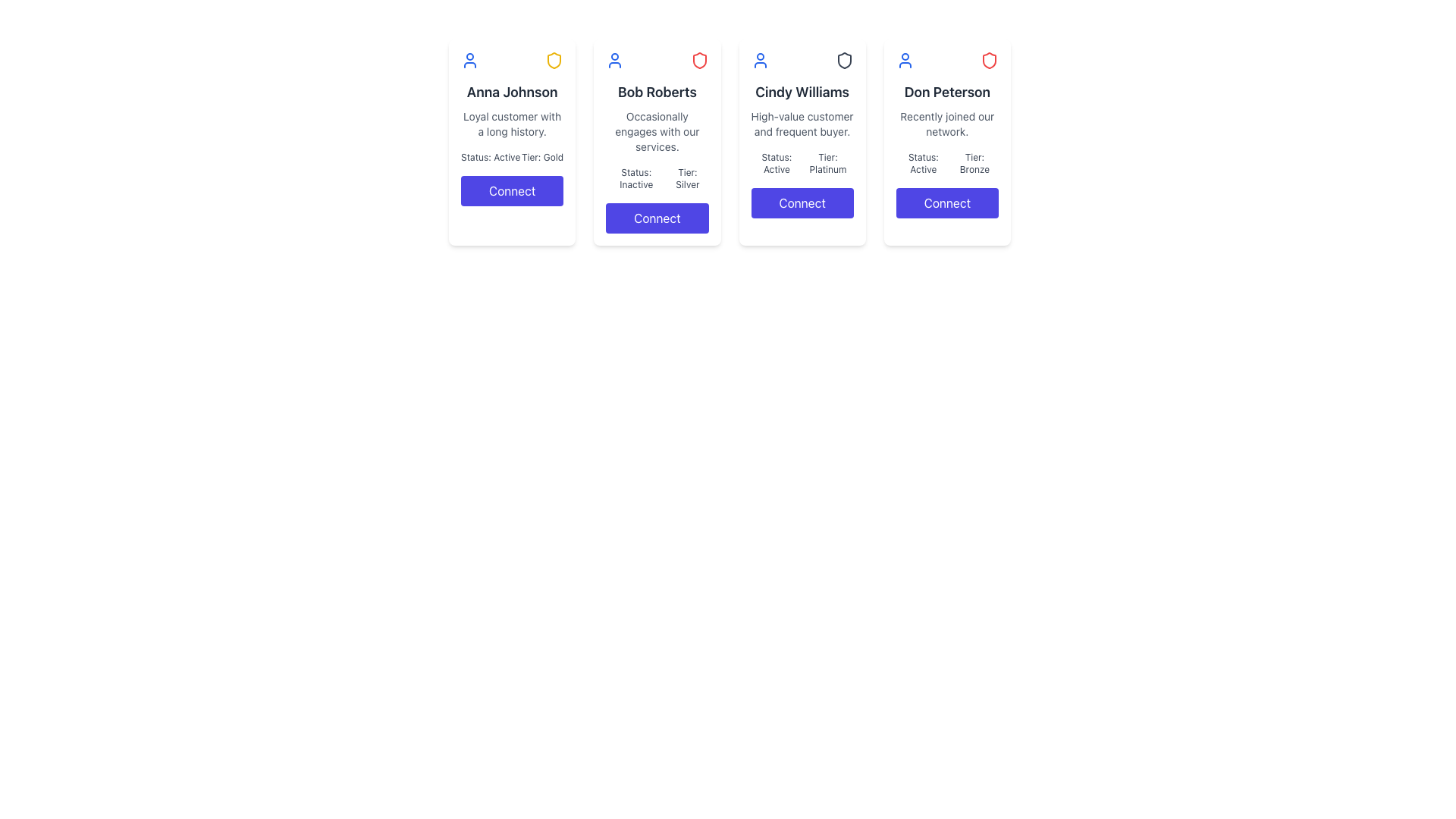  I want to click on the shield icon indicating security or tier level associated with the user 'Anna Johnson' in the card header, so click(554, 60).